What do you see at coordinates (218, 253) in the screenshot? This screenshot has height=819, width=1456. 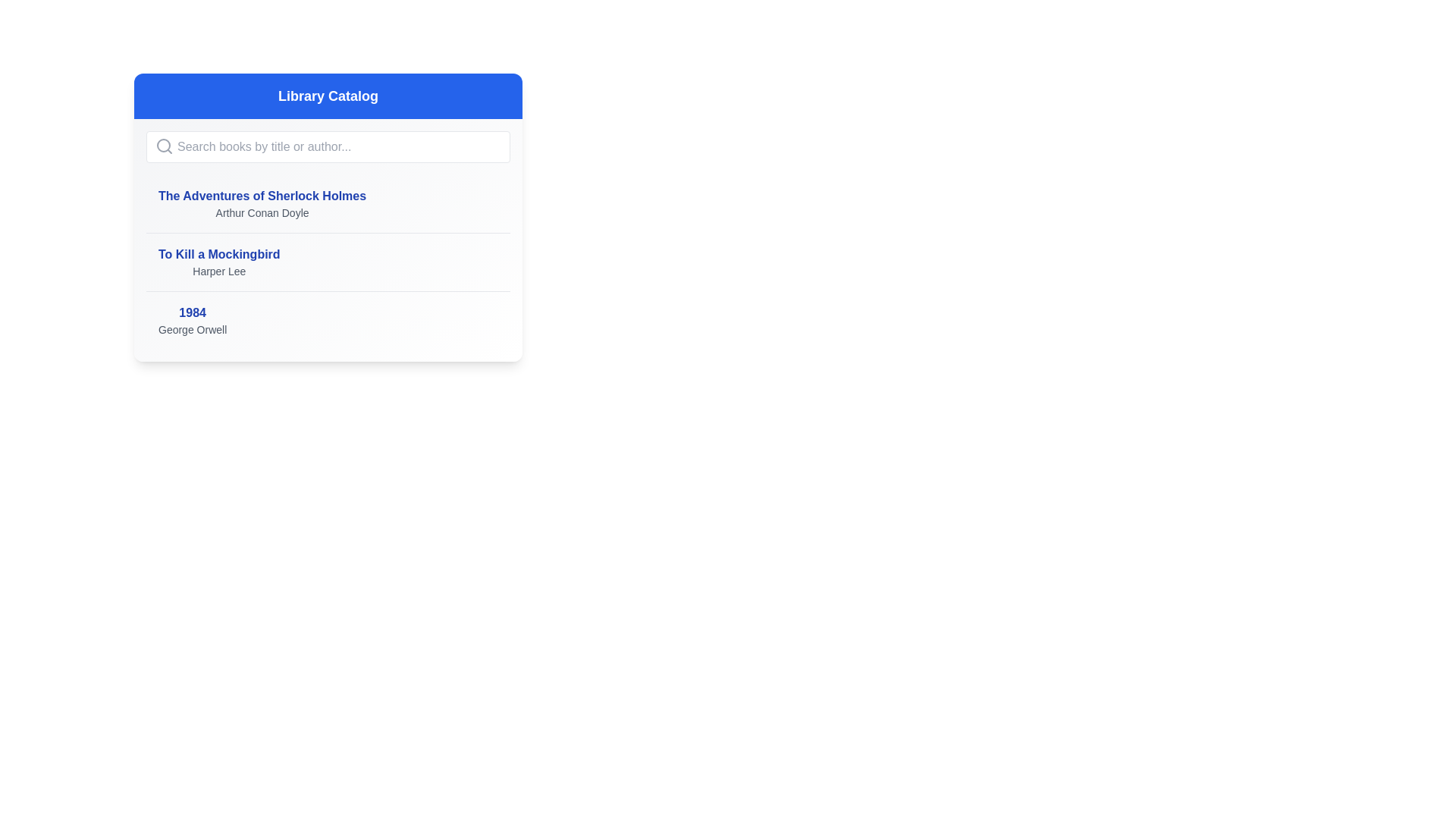 I see `text label displaying the book title 'To Kill a Mockingbird' located centrally in the library catalog interface, positioned between 'The Adventures of Sherlock Holmes' and 'Harper Lee'` at bounding box center [218, 253].